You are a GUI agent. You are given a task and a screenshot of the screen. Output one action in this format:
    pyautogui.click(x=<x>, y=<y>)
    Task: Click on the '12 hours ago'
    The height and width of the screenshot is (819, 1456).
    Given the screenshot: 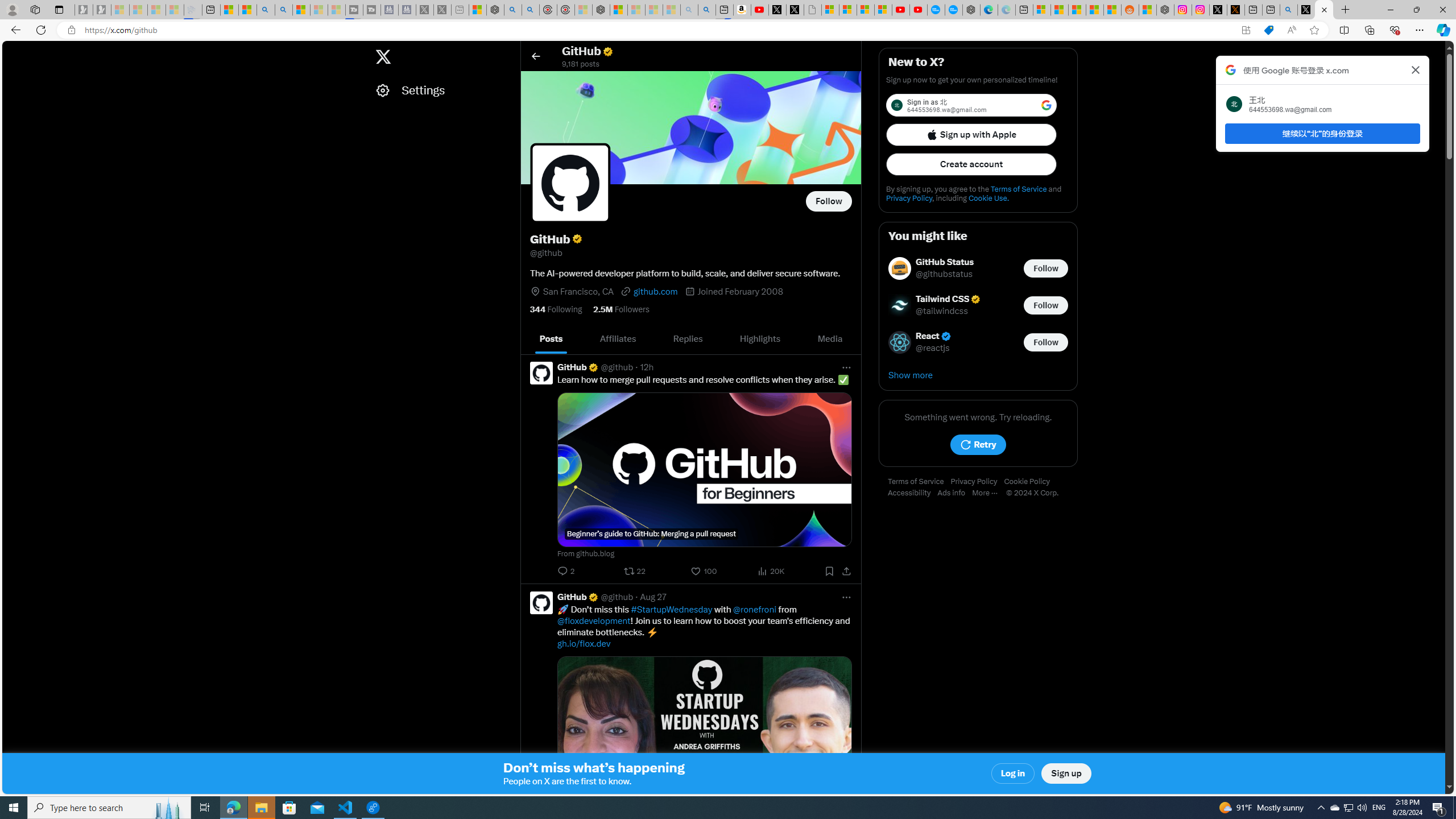 What is the action you would take?
    pyautogui.click(x=646, y=366)
    